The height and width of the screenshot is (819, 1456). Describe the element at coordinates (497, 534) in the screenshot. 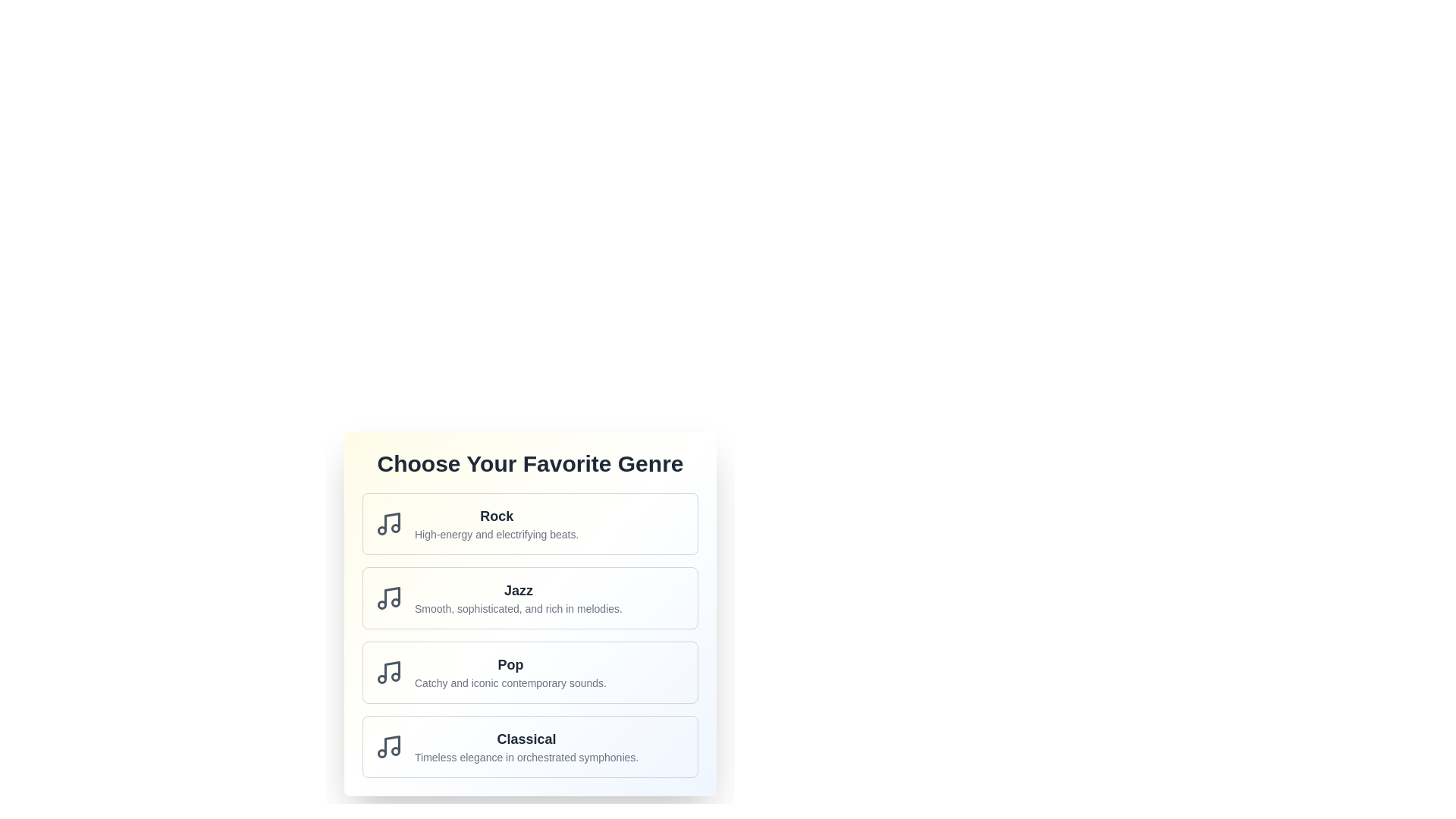

I see `the descriptive subtitle element located directly beneath the 'Rock' header in the vertically arranged list` at that location.